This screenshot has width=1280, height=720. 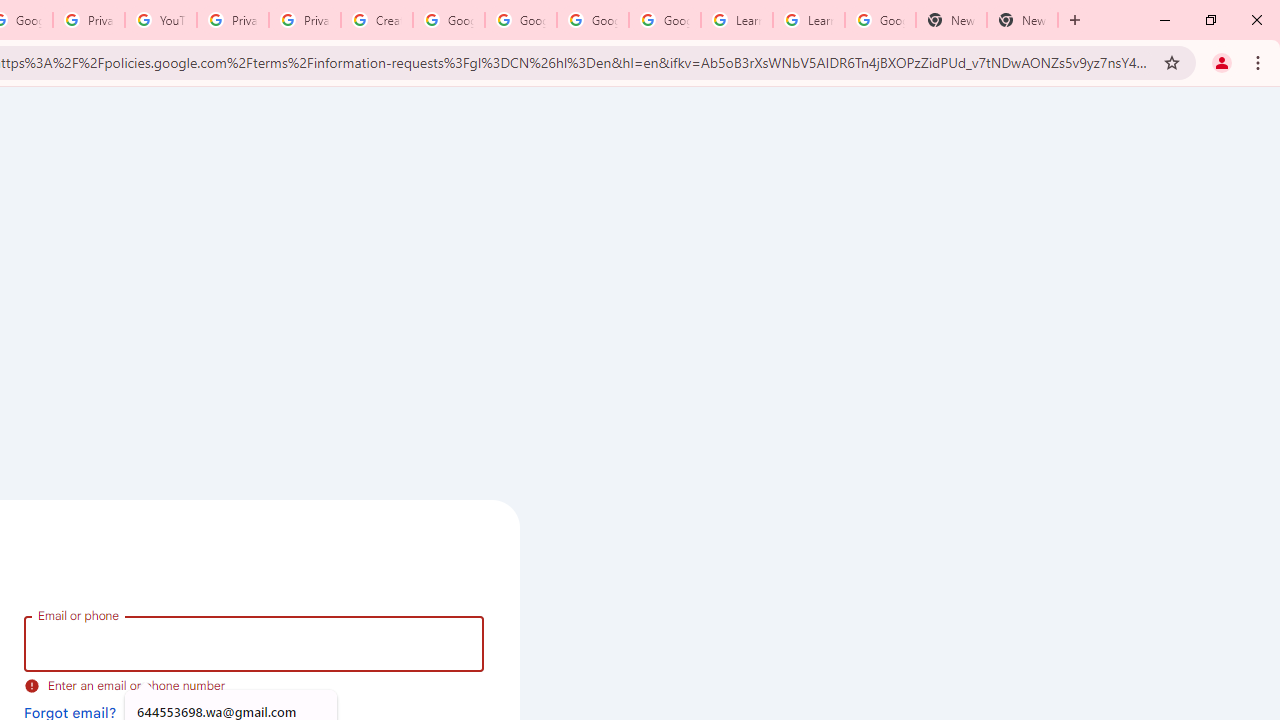 I want to click on 'YouTube', so click(x=161, y=20).